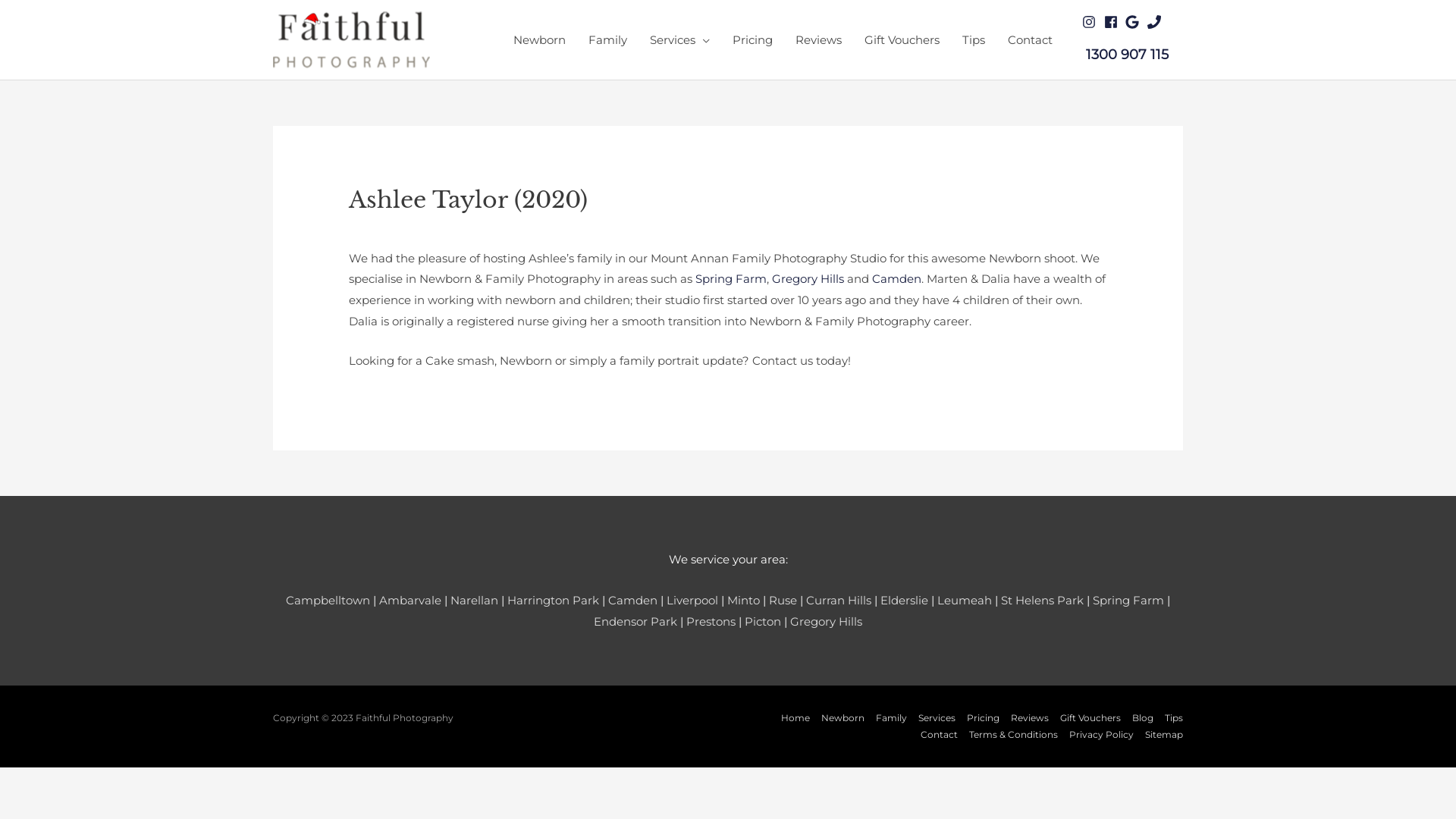  Describe the element at coordinates (327, 599) in the screenshot. I see `'Campbelltown'` at that location.